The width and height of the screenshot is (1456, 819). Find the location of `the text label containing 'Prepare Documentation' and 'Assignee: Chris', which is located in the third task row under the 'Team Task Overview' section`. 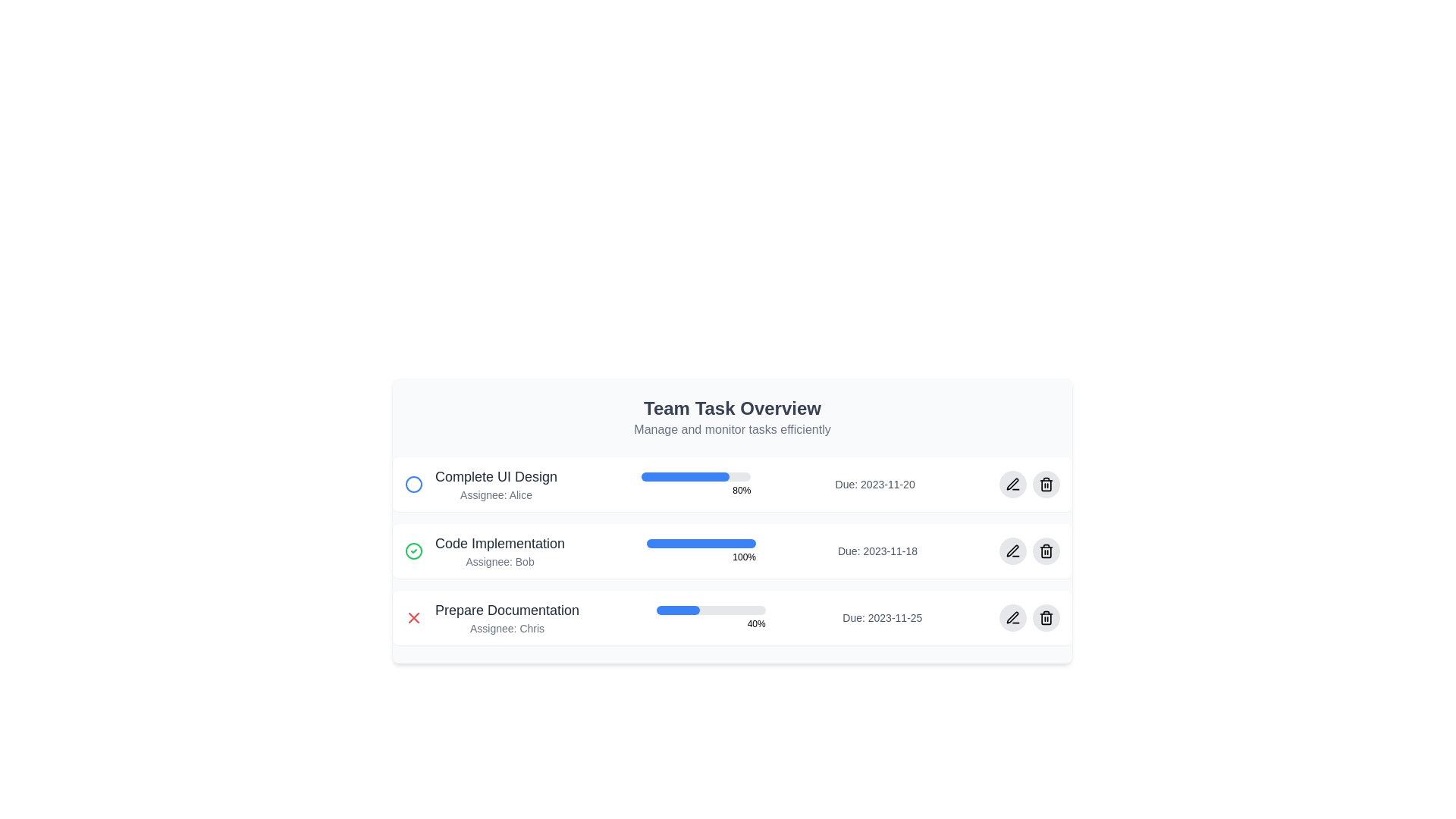

the text label containing 'Prepare Documentation' and 'Assignee: Chris', which is located in the third task row under the 'Team Task Overview' section is located at coordinates (507, 617).